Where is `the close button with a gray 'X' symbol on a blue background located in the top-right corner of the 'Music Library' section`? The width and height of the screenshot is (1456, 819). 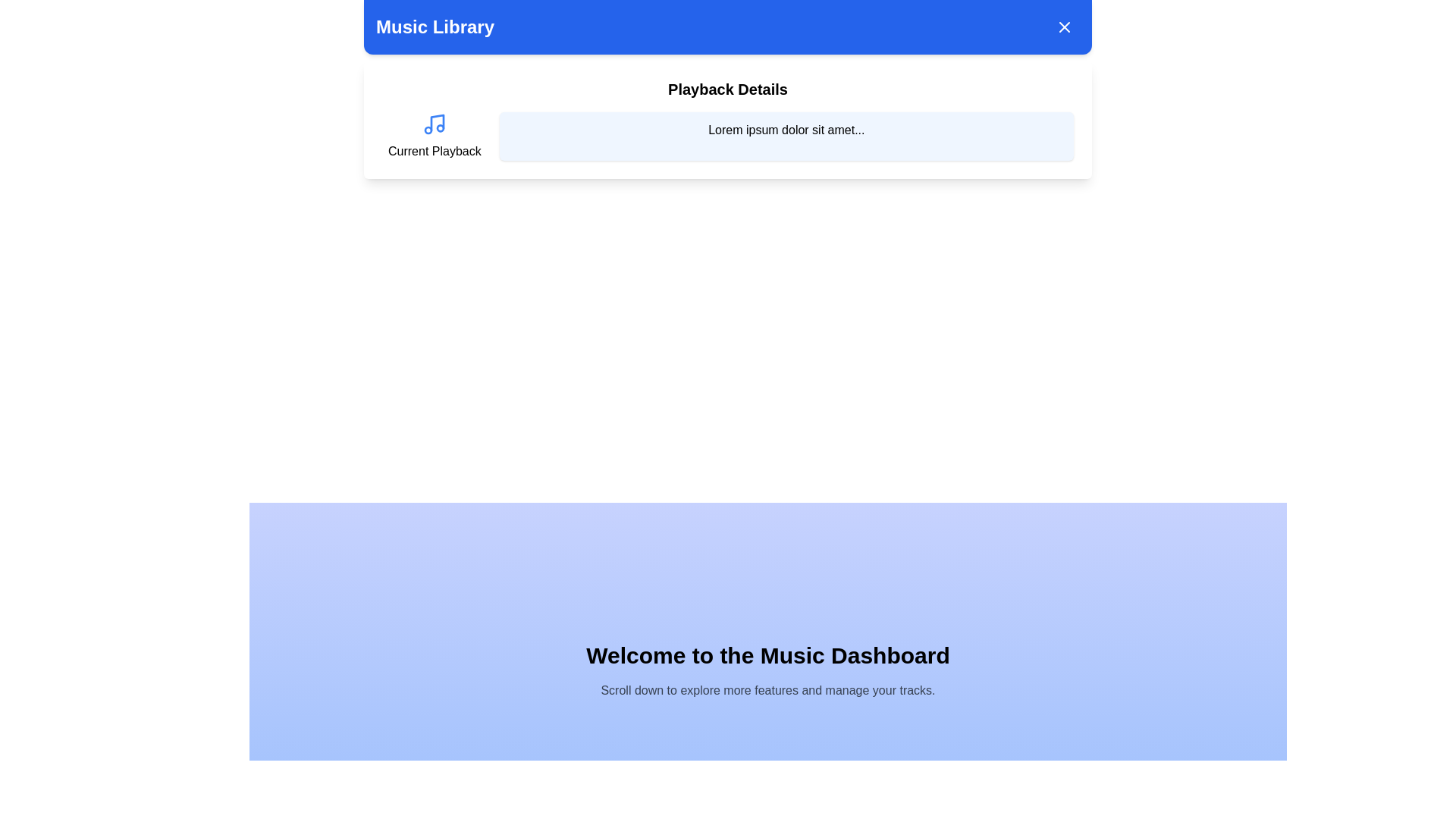 the close button with a gray 'X' symbol on a blue background located in the top-right corner of the 'Music Library' section is located at coordinates (1063, 27).